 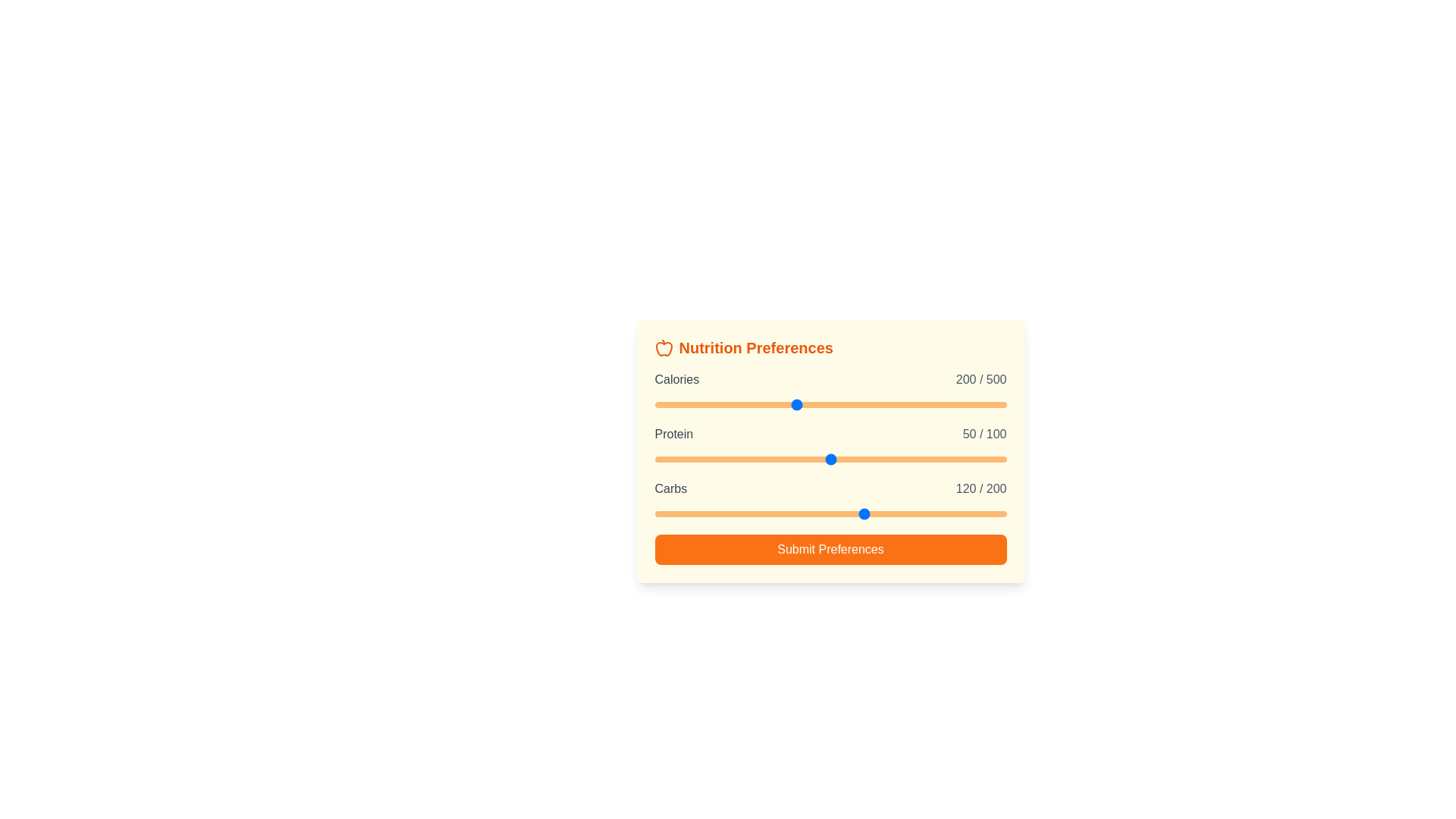 I want to click on the handle of the first range slider located below the text 'Calories 200 / 500', so click(x=830, y=403).